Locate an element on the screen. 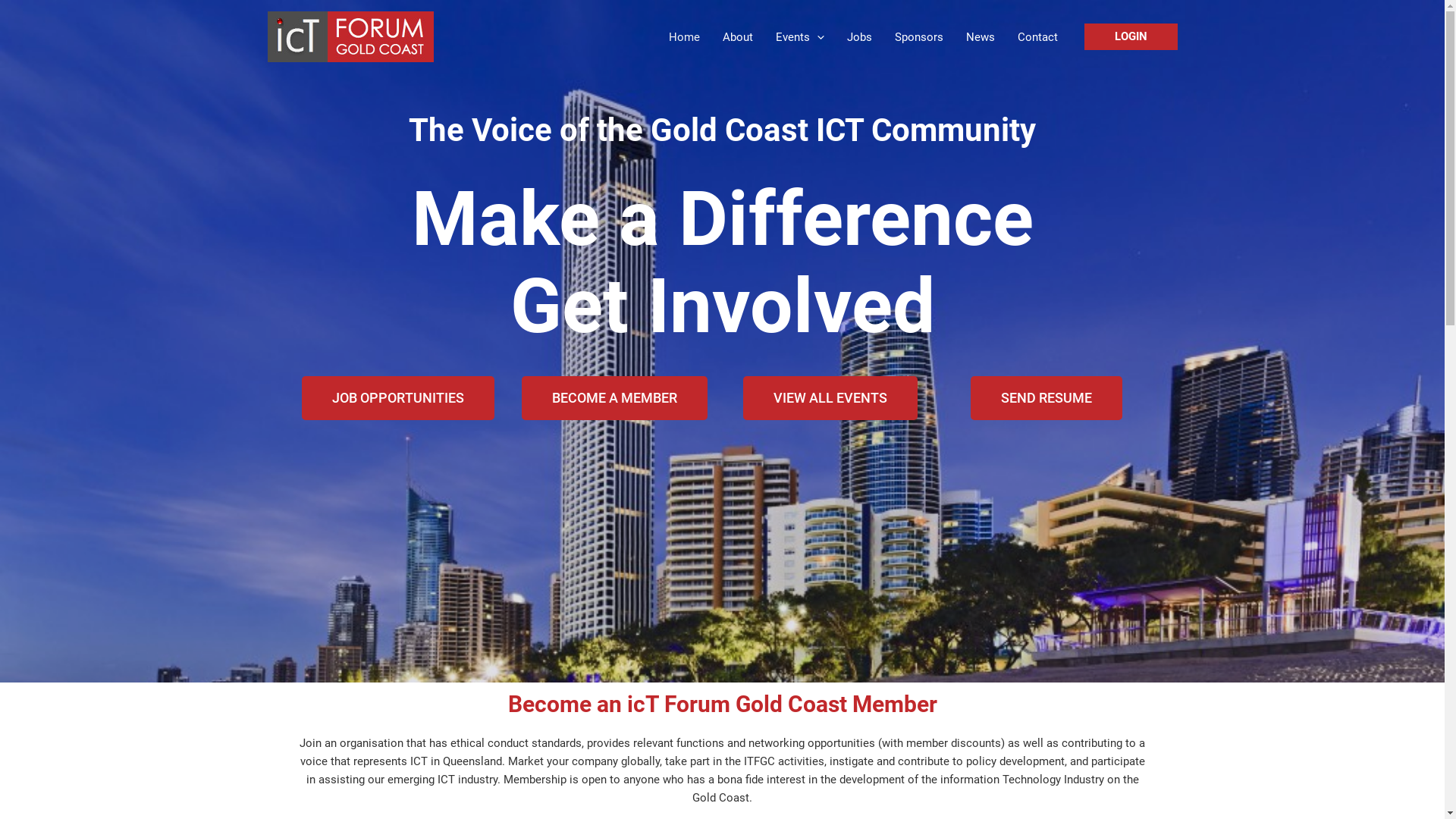 This screenshot has height=819, width=1456. 'About' is located at coordinates (738, 36).